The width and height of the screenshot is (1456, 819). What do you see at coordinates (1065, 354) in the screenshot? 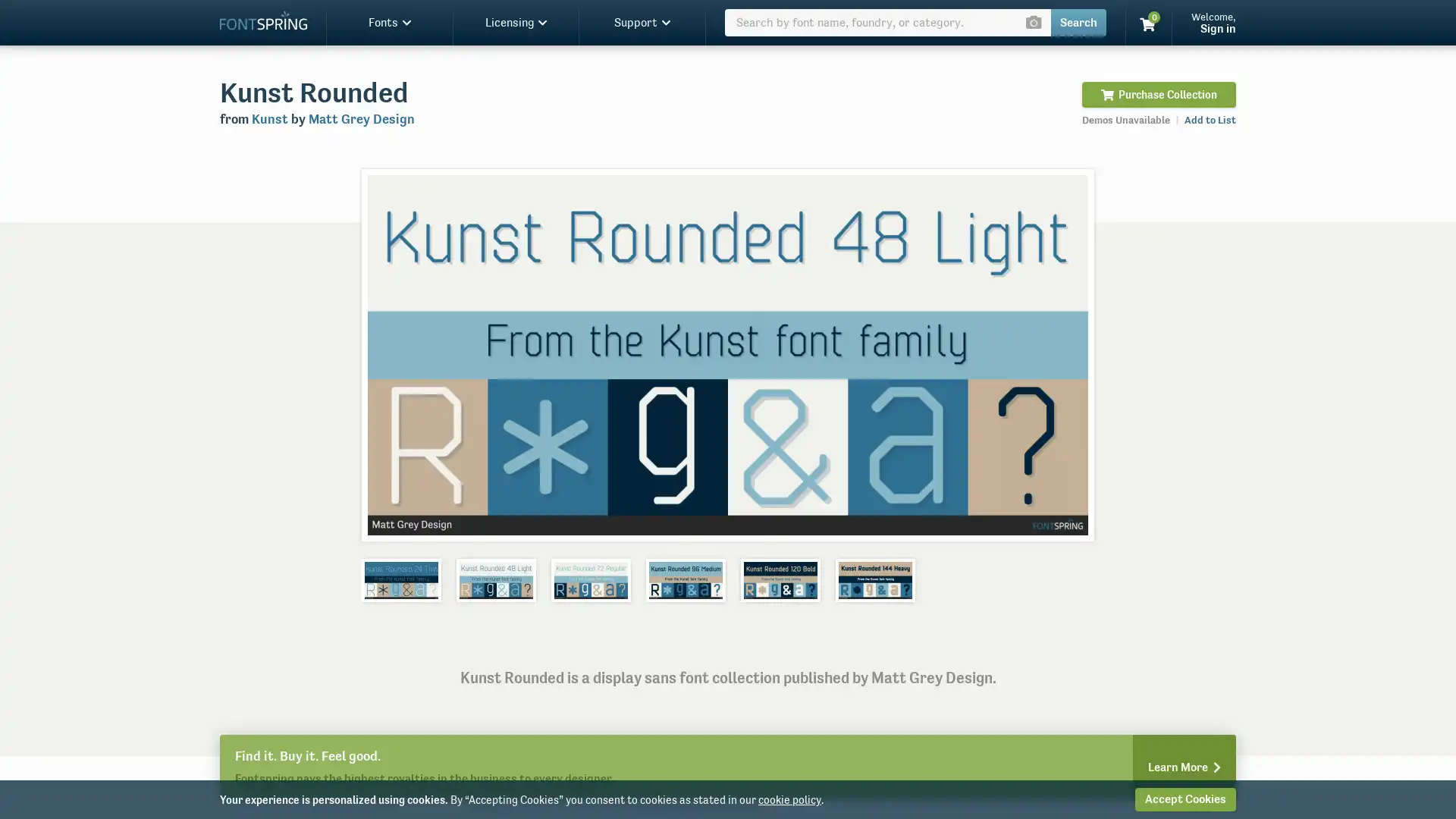
I see `Next slide` at bounding box center [1065, 354].